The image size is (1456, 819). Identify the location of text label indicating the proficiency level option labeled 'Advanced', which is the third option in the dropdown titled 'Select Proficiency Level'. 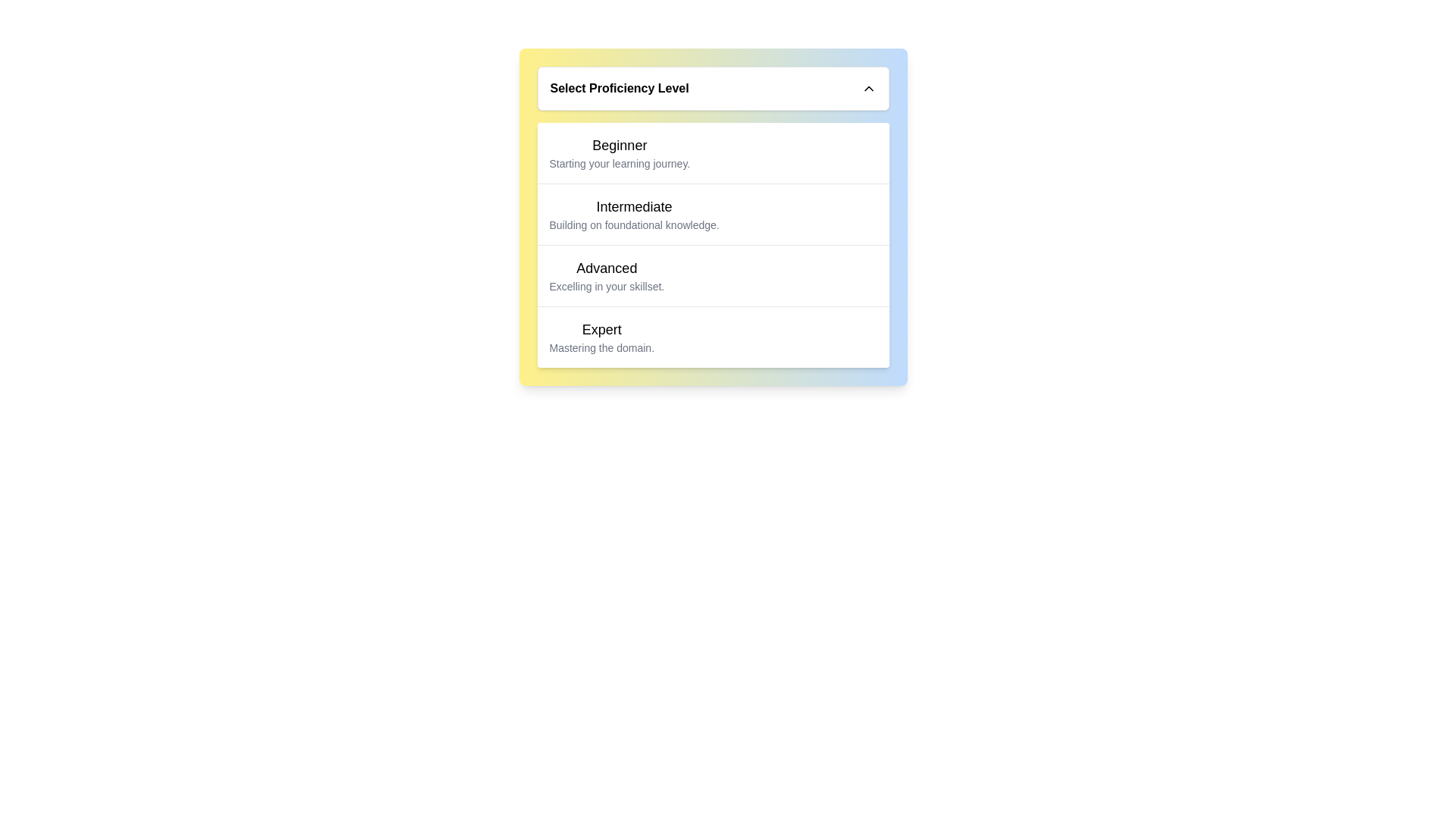
(607, 268).